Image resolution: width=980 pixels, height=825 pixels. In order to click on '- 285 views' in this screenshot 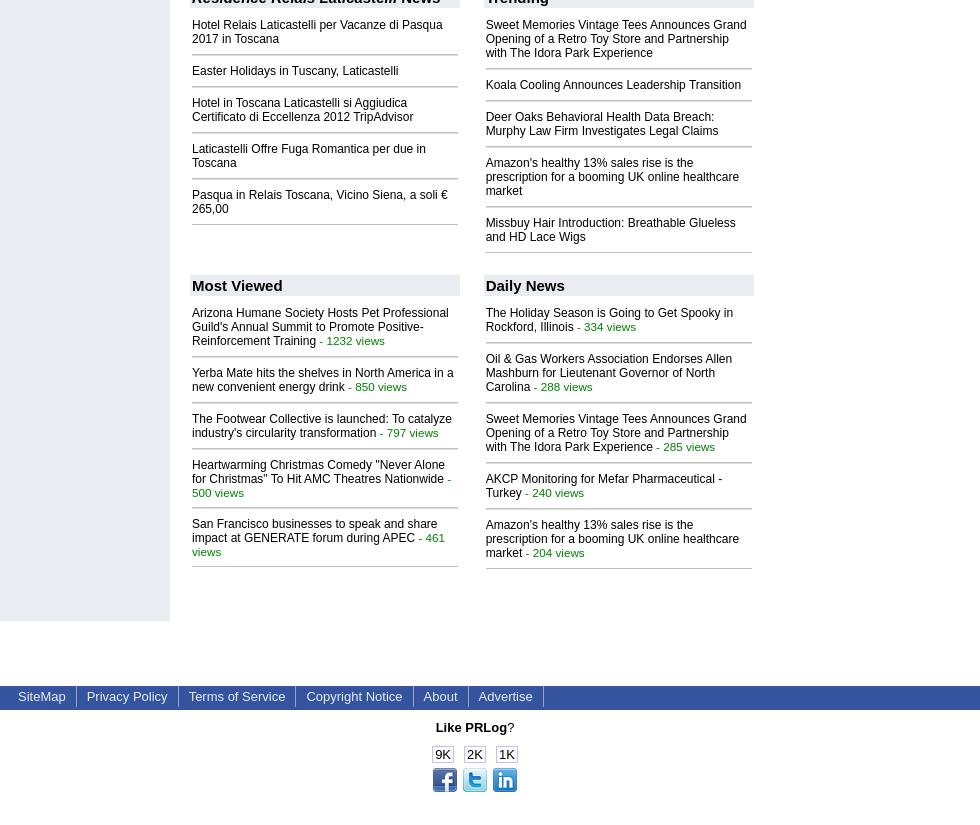, I will do `click(651, 445)`.